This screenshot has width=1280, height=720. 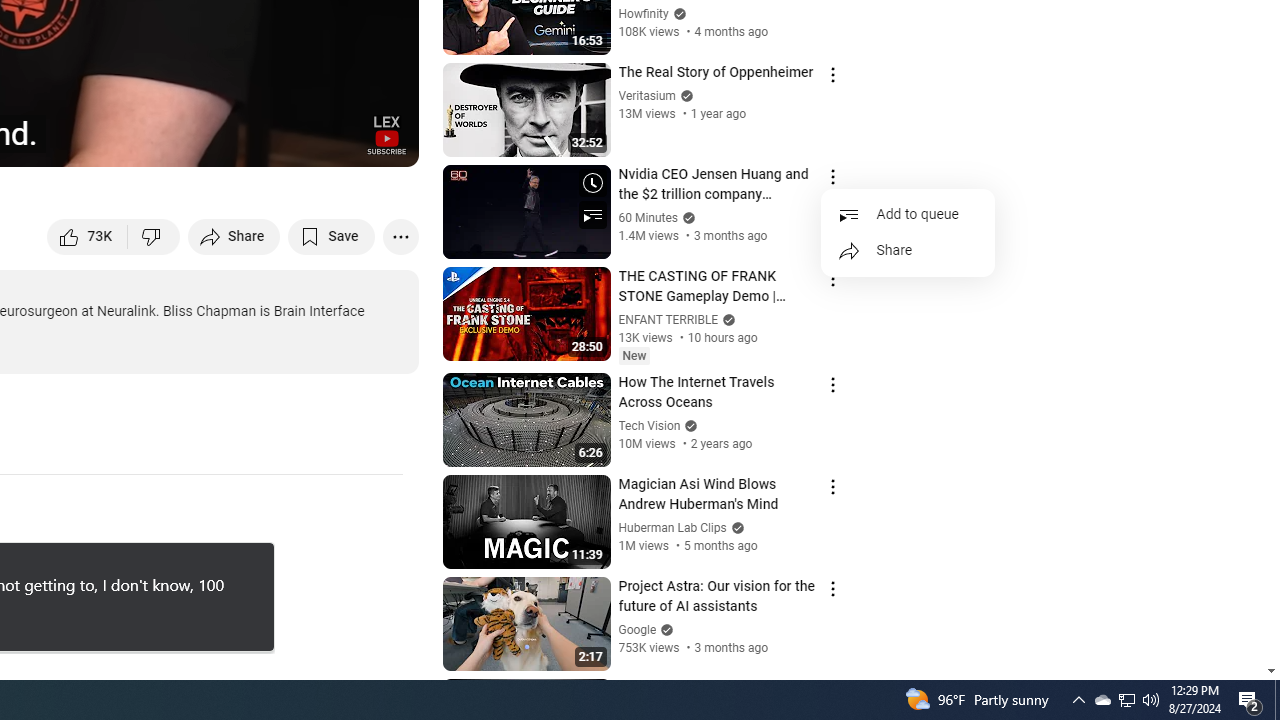 I want to click on 'Share', so click(x=907, y=250).